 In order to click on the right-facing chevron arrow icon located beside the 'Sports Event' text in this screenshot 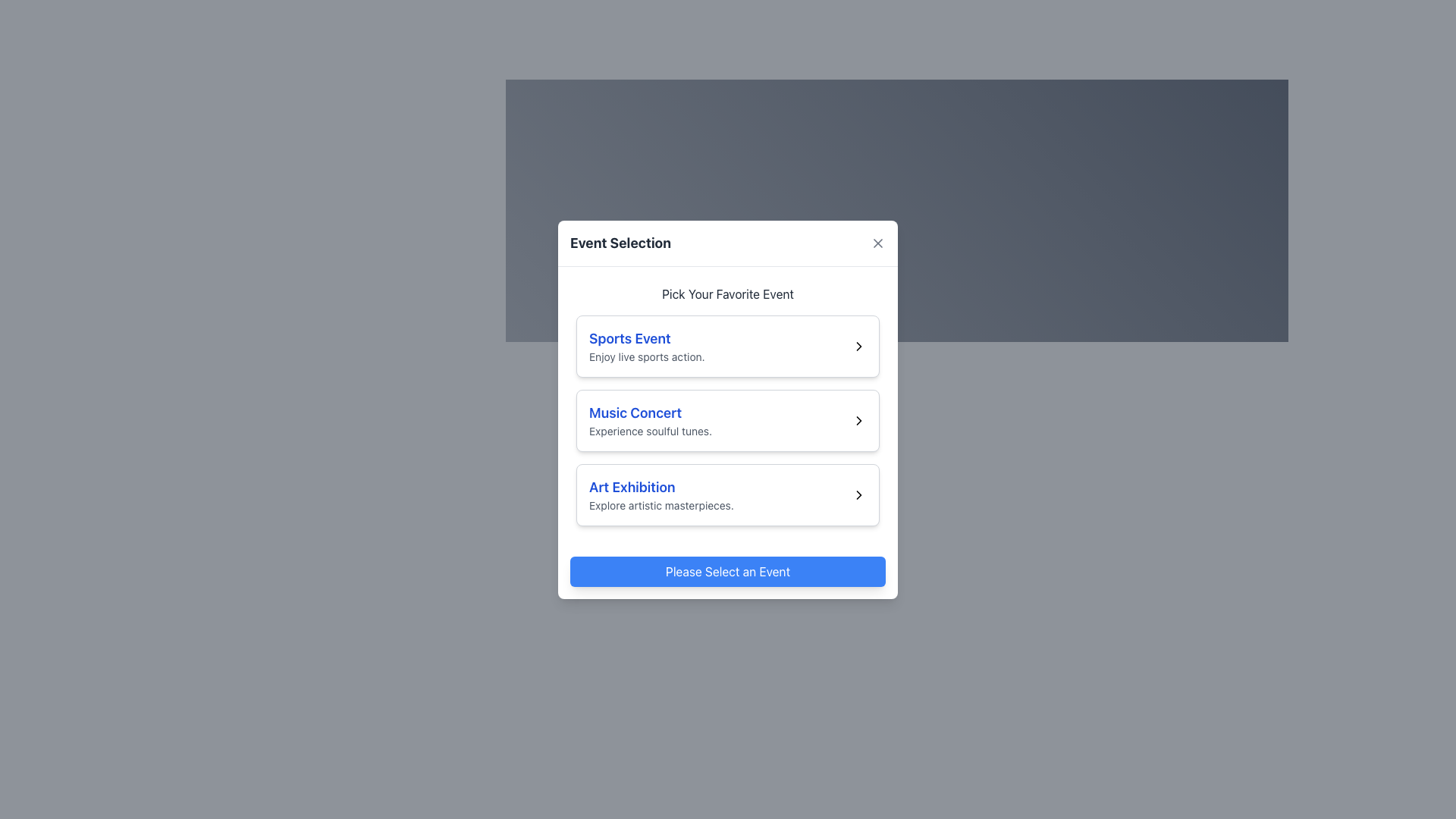, I will do `click(858, 346)`.